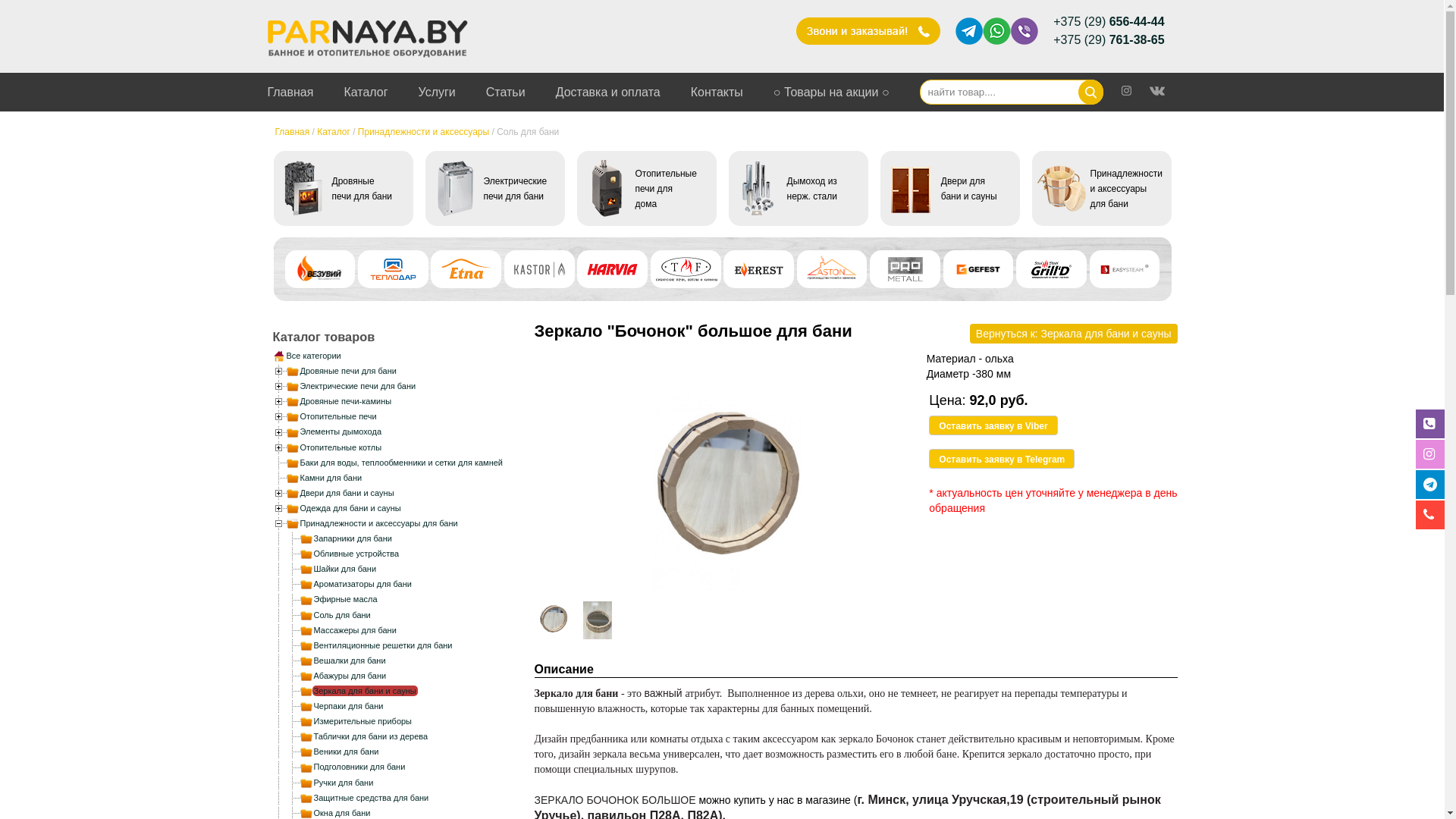 Image resolution: width=1456 pixels, height=819 pixels. I want to click on '+375 (29) 656-44-44', so click(1109, 22).